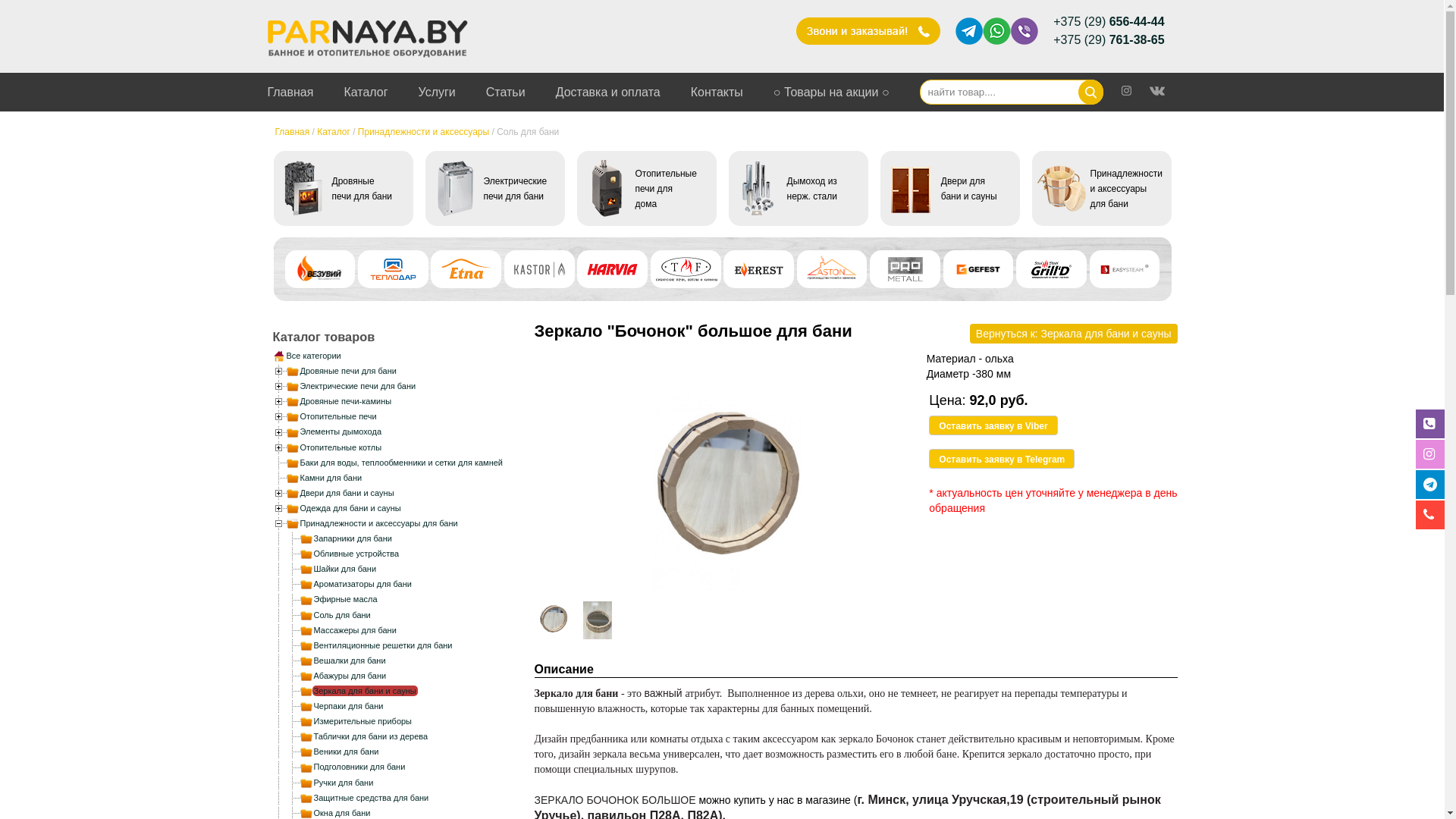 Image resolution: width=1456 pixels, height=819 pixels. I want to click on '+375 (29) 656-44-44', so click(1109, 22).